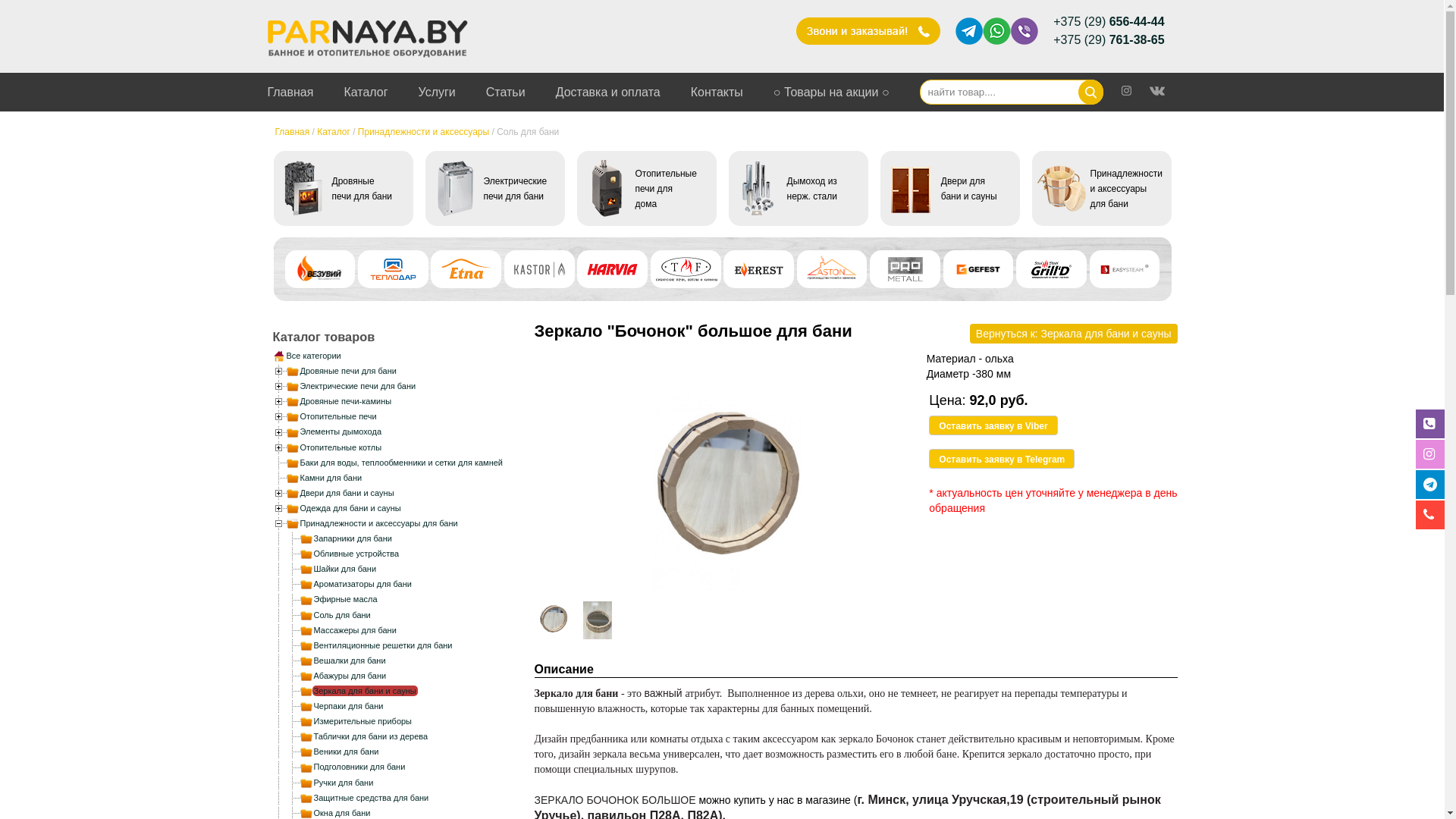 Image resolution: width=1456 pixels, height=819 pixels. I want to click on '+375 (29) 656-44-44', so click(1109, 22).